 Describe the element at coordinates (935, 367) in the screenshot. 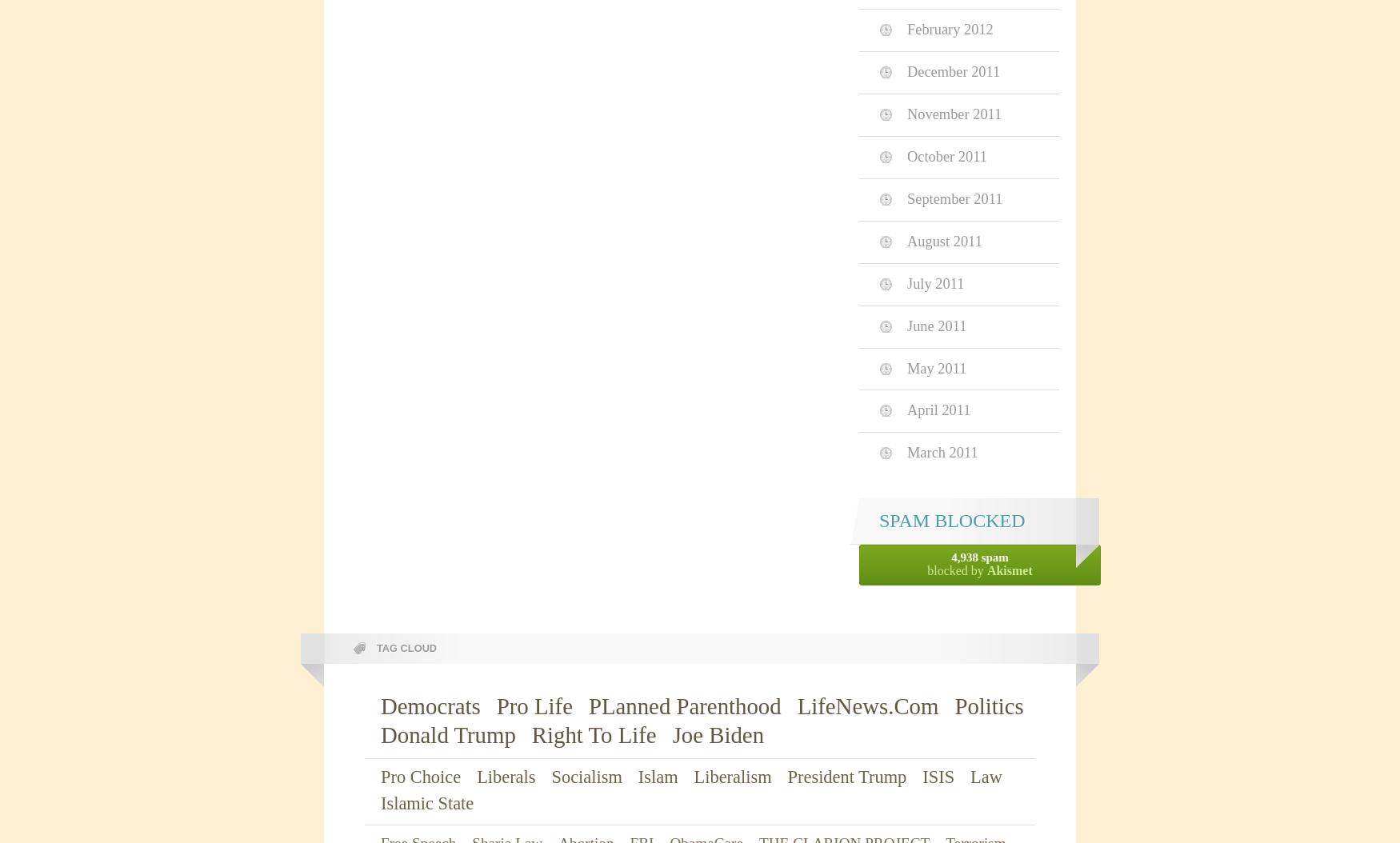

I see `'May 2011'` at that location.